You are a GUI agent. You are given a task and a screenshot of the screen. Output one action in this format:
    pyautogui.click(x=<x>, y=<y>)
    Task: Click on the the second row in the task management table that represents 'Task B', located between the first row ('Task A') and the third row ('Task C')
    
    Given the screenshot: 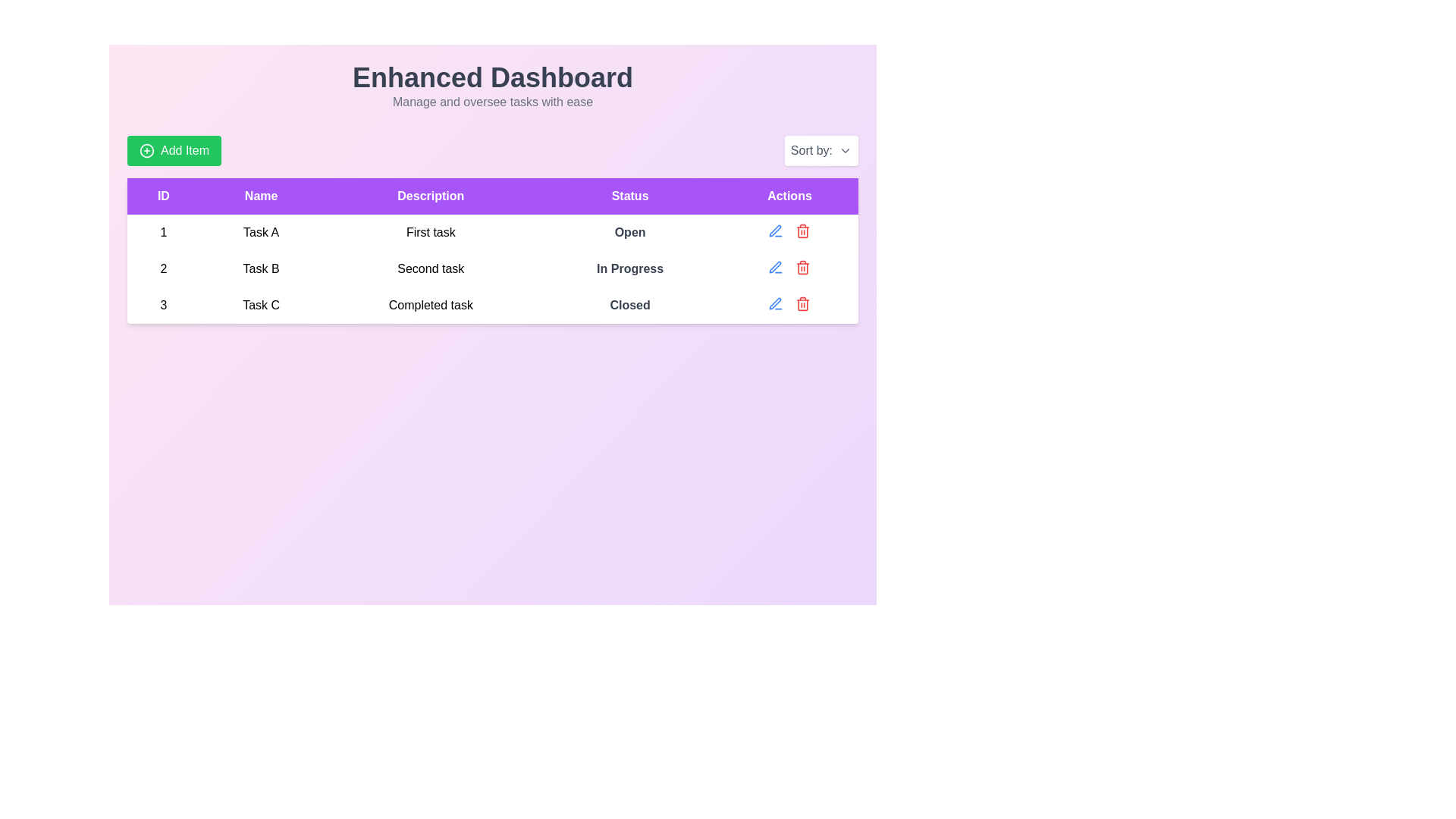 What is the action you would take?
    pyautogui.click(x=492, y=268)
    